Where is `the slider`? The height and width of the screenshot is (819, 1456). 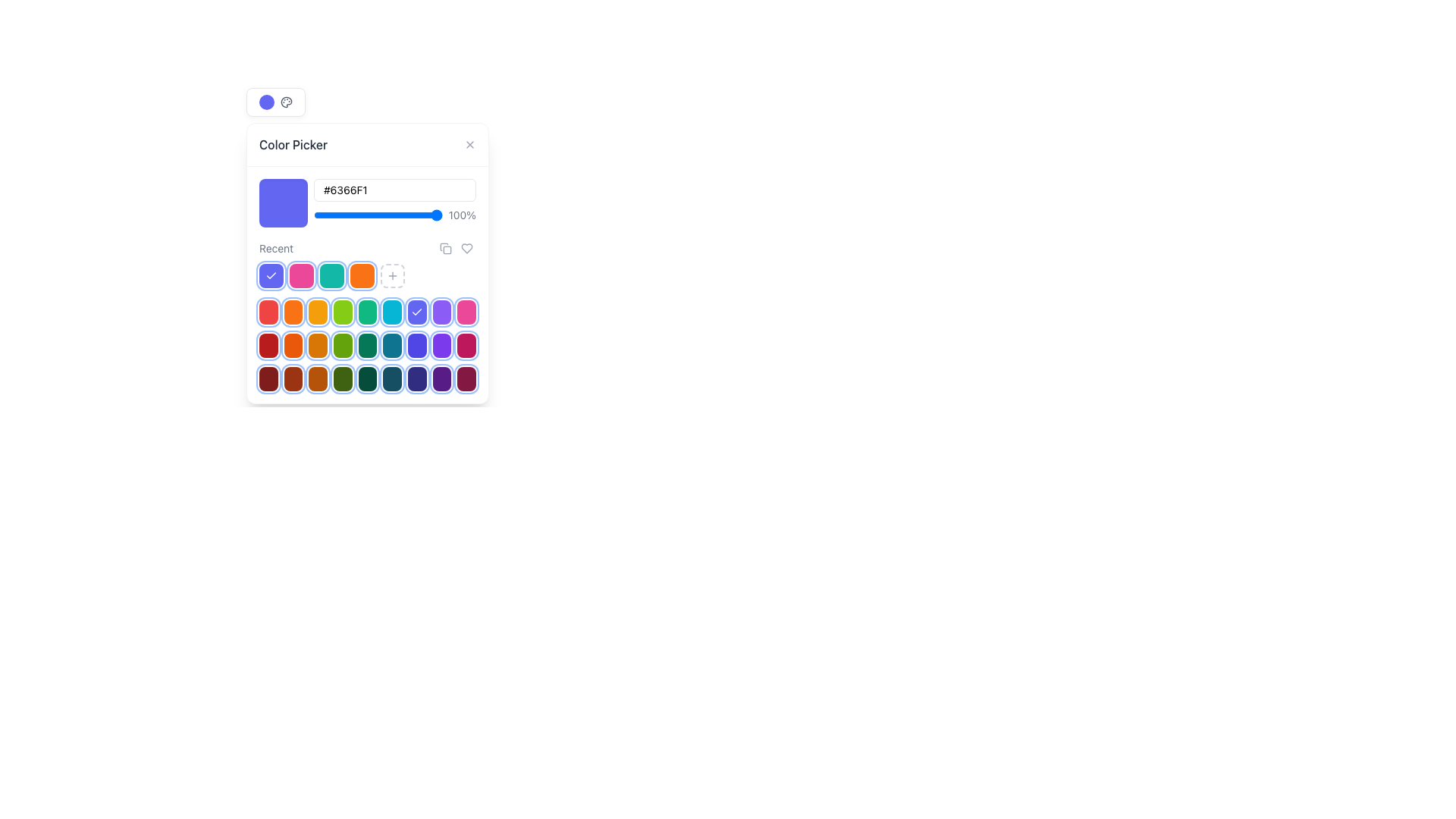 the slider is located at coordinates (326, 215).